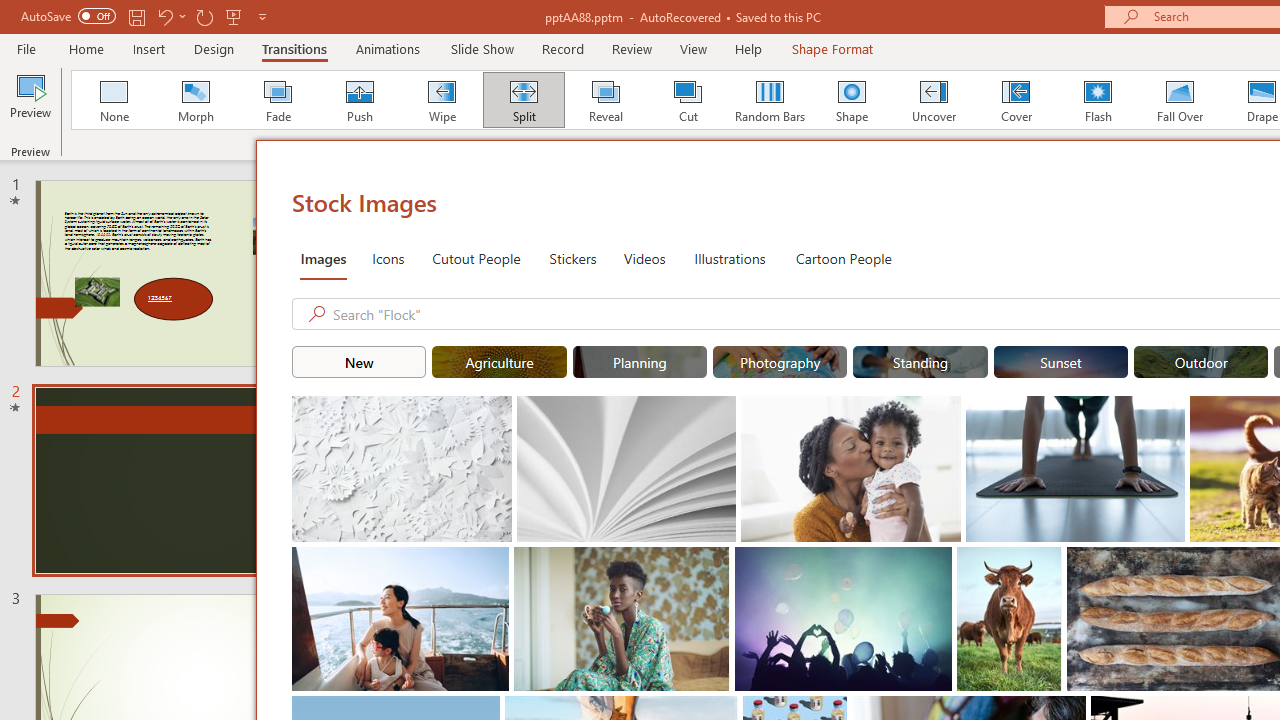 This screenshot has height=720, width=1280. I want to click on '"Standing" Stock Images.', so click(919, 362).